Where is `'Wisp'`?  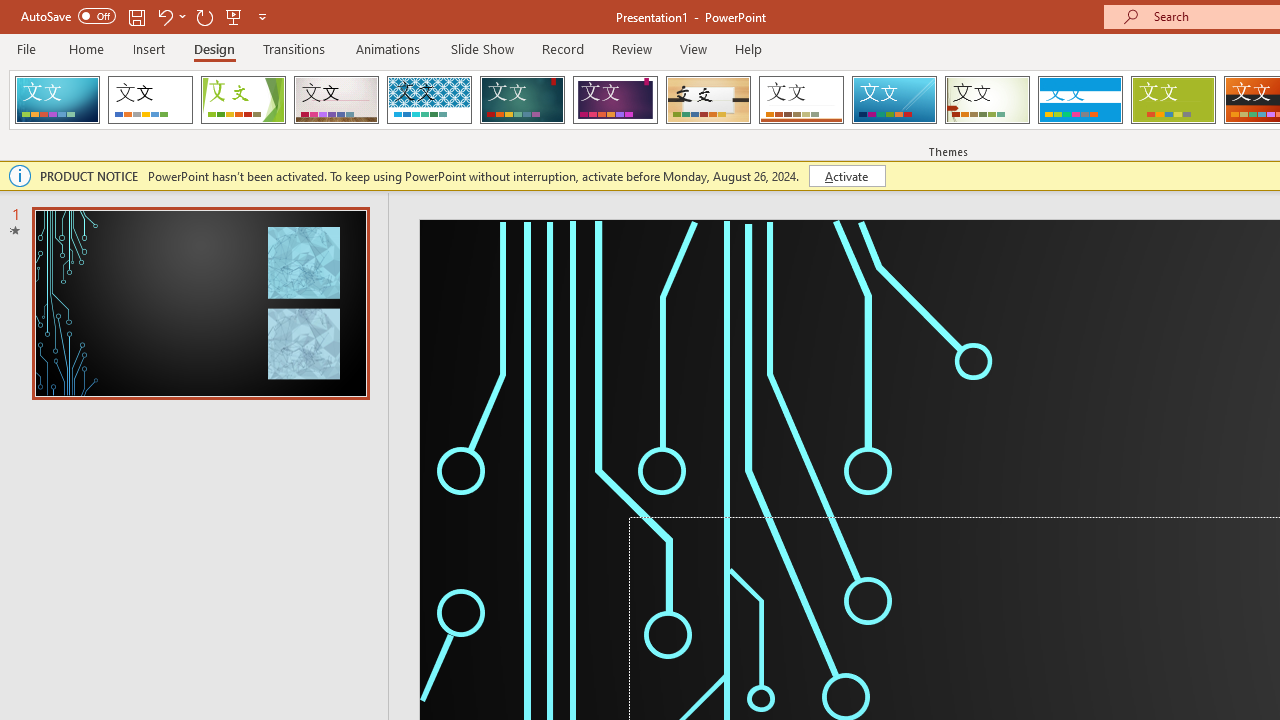
'Wisp' is located at coordinates (987, 100).